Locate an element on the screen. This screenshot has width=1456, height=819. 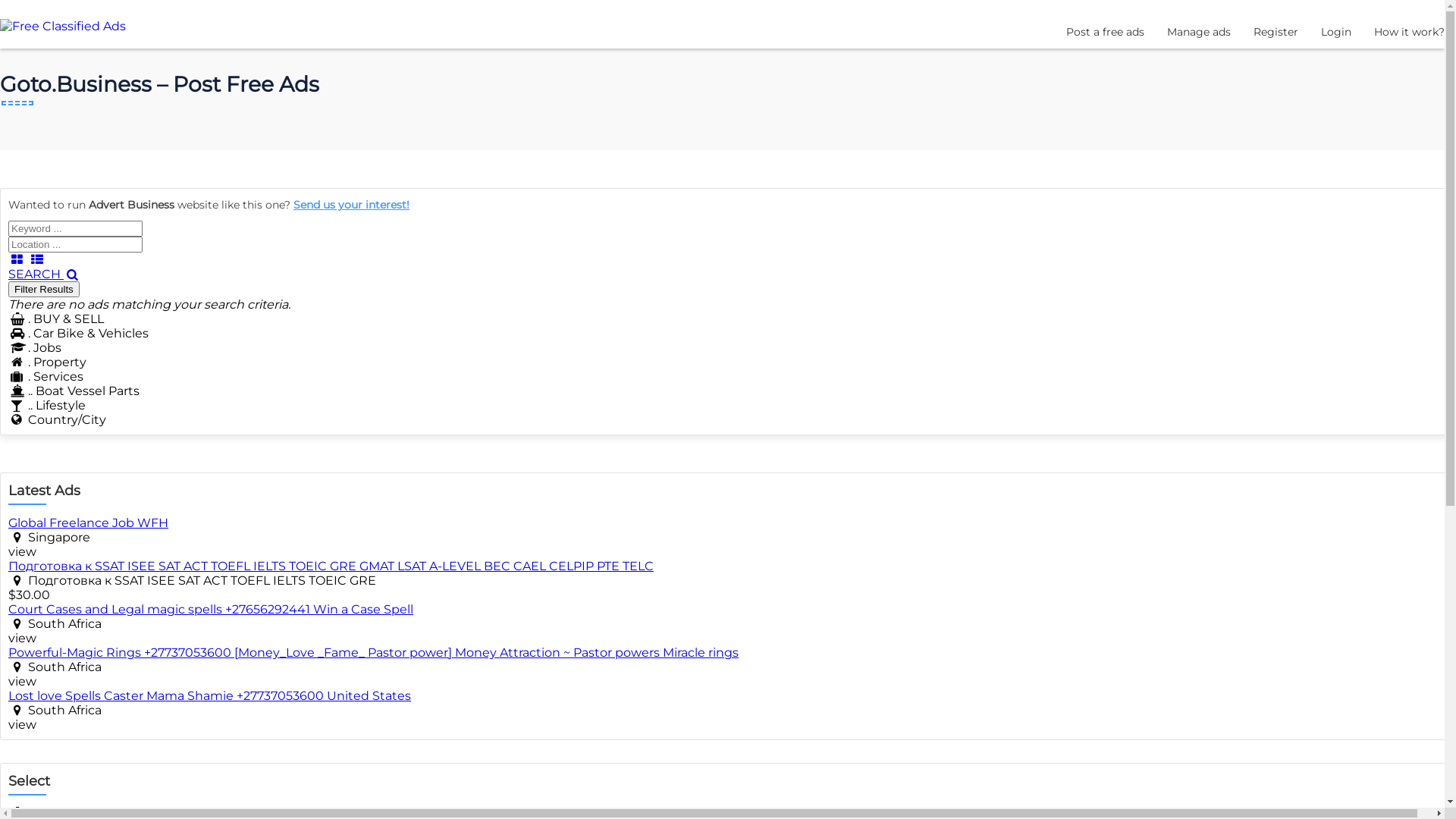
'How it work?' is located at coordinates (1373, 32).